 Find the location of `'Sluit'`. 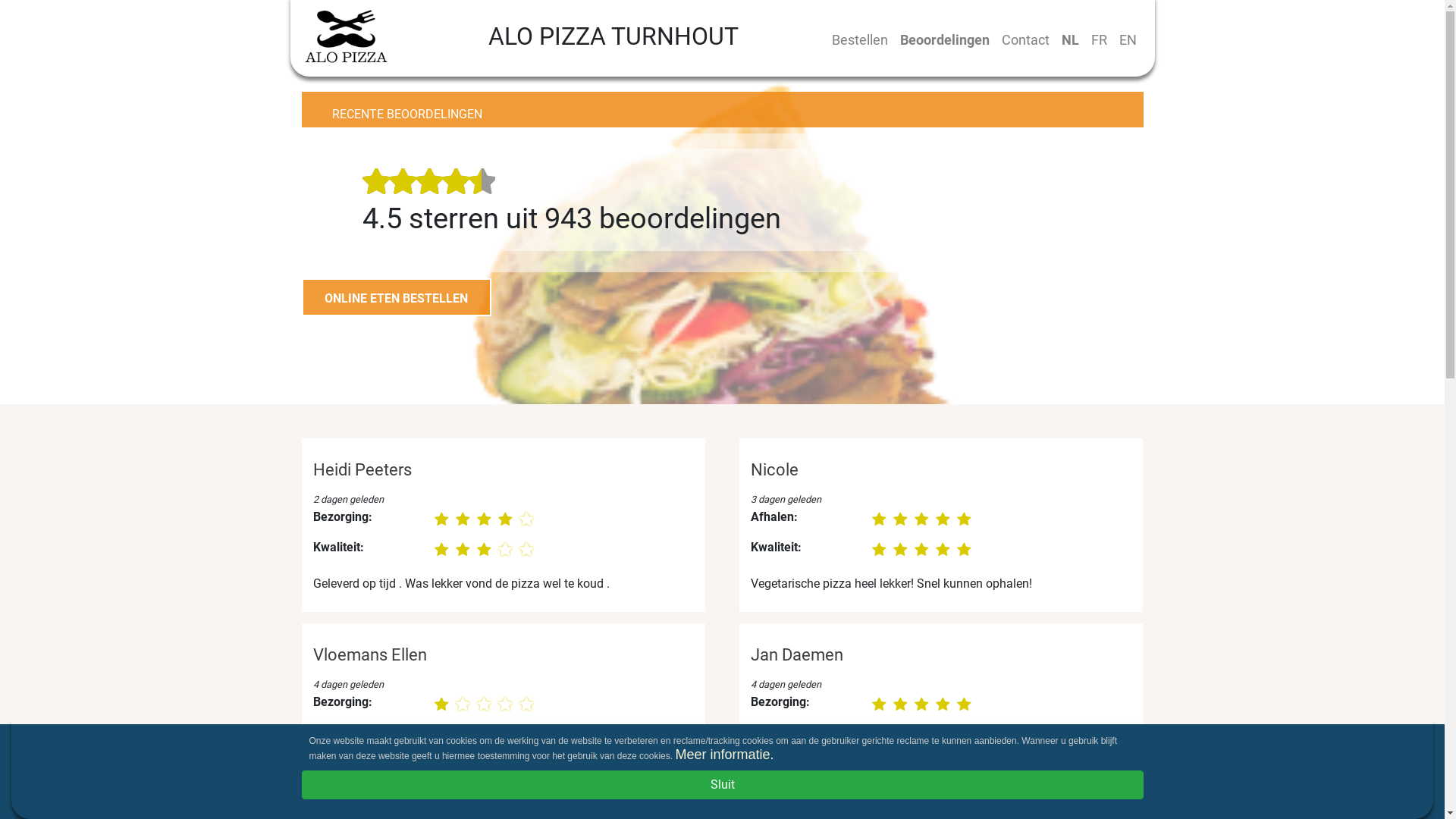

'Sluit' is located at coordinates (722, 784).